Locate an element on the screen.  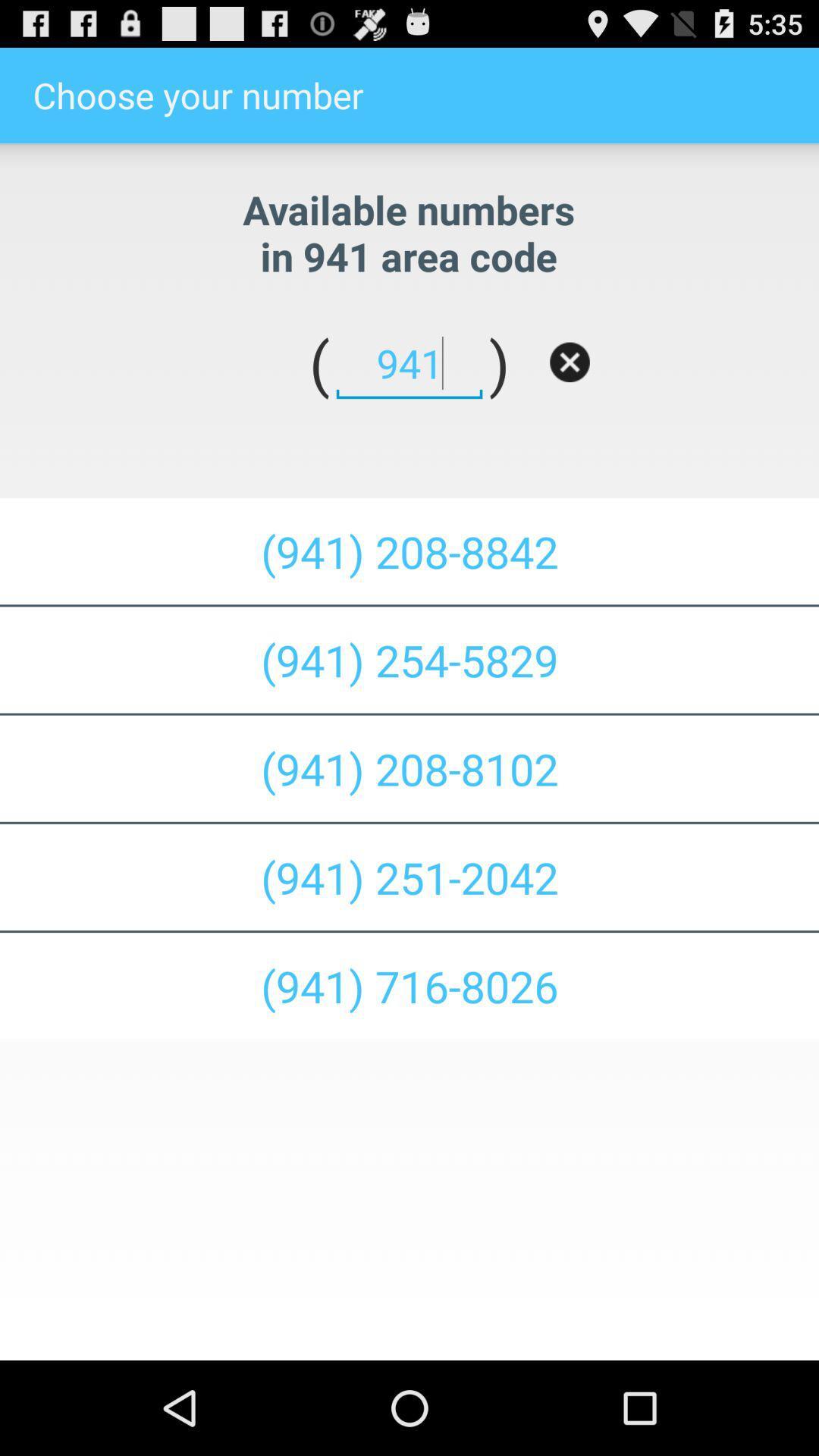
clear text is located at coordinates (570, 361).